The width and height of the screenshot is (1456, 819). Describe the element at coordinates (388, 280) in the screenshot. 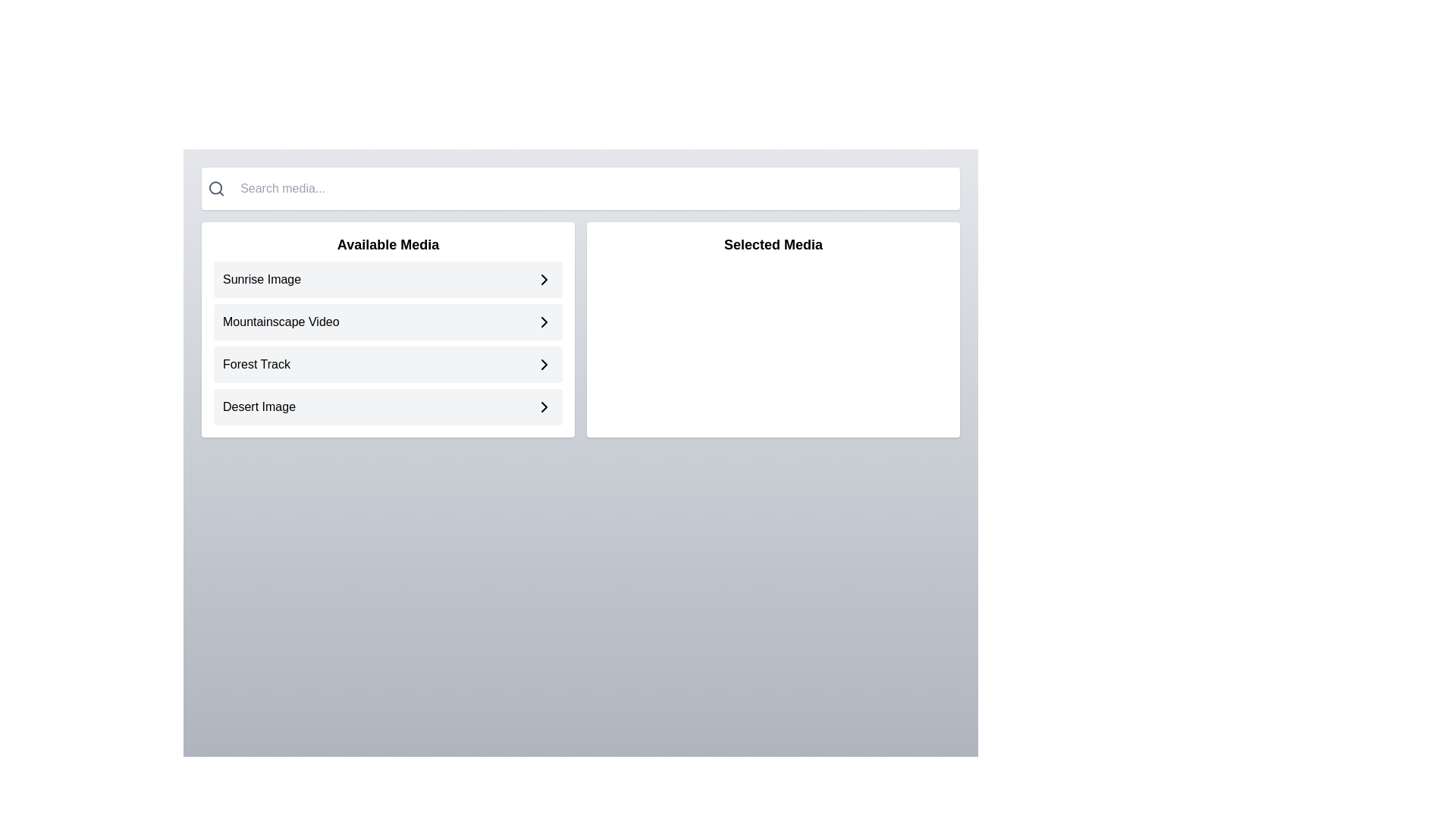

I see `the List item labeled 'Sunrise Image' which is the topmost item in the 'Available Media' section on the left pane` at that location.